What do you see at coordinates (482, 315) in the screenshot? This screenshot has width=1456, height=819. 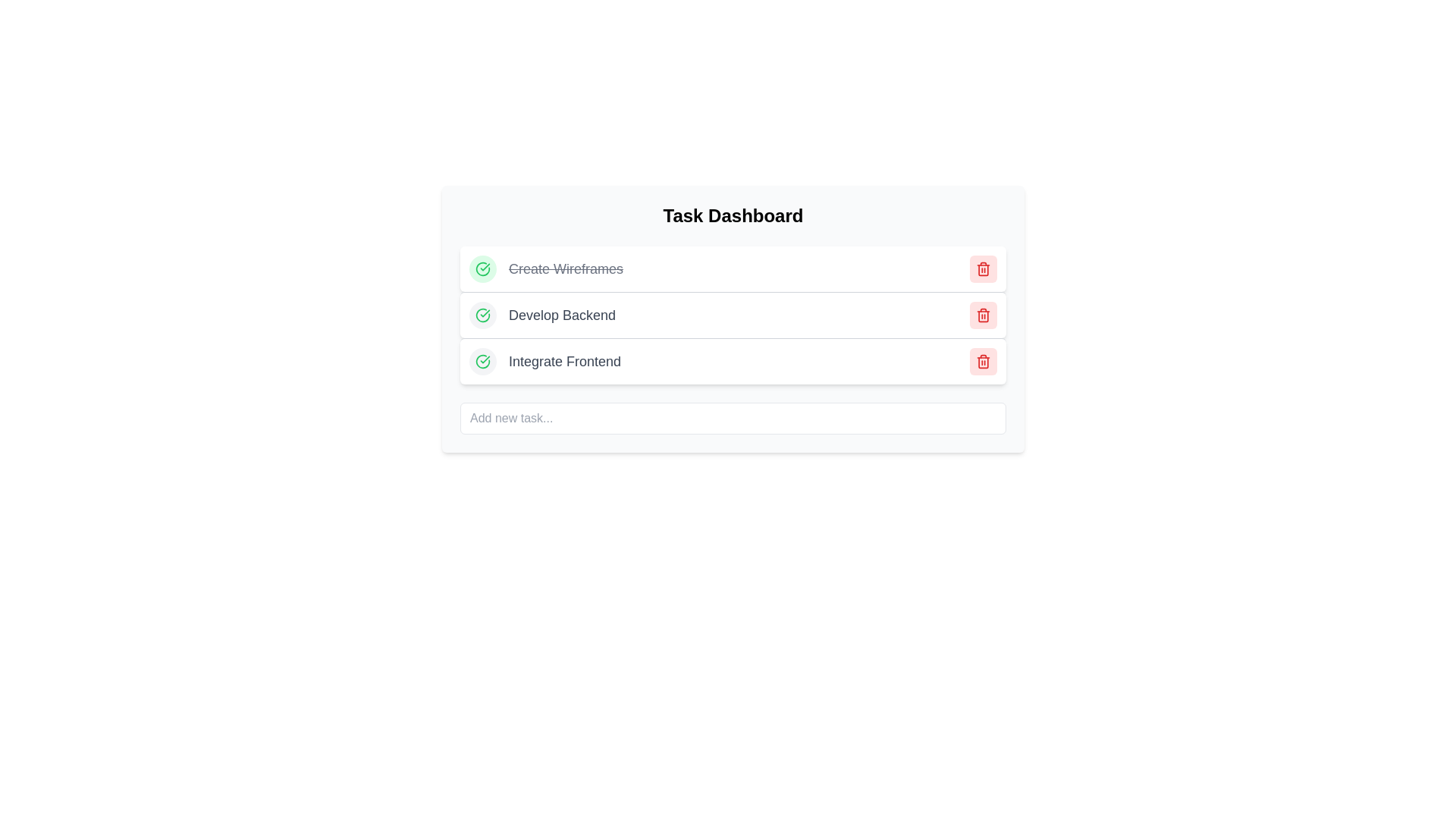 I see `the circular button with a light gray background and a green check icon` at bounding box center [482, 315].